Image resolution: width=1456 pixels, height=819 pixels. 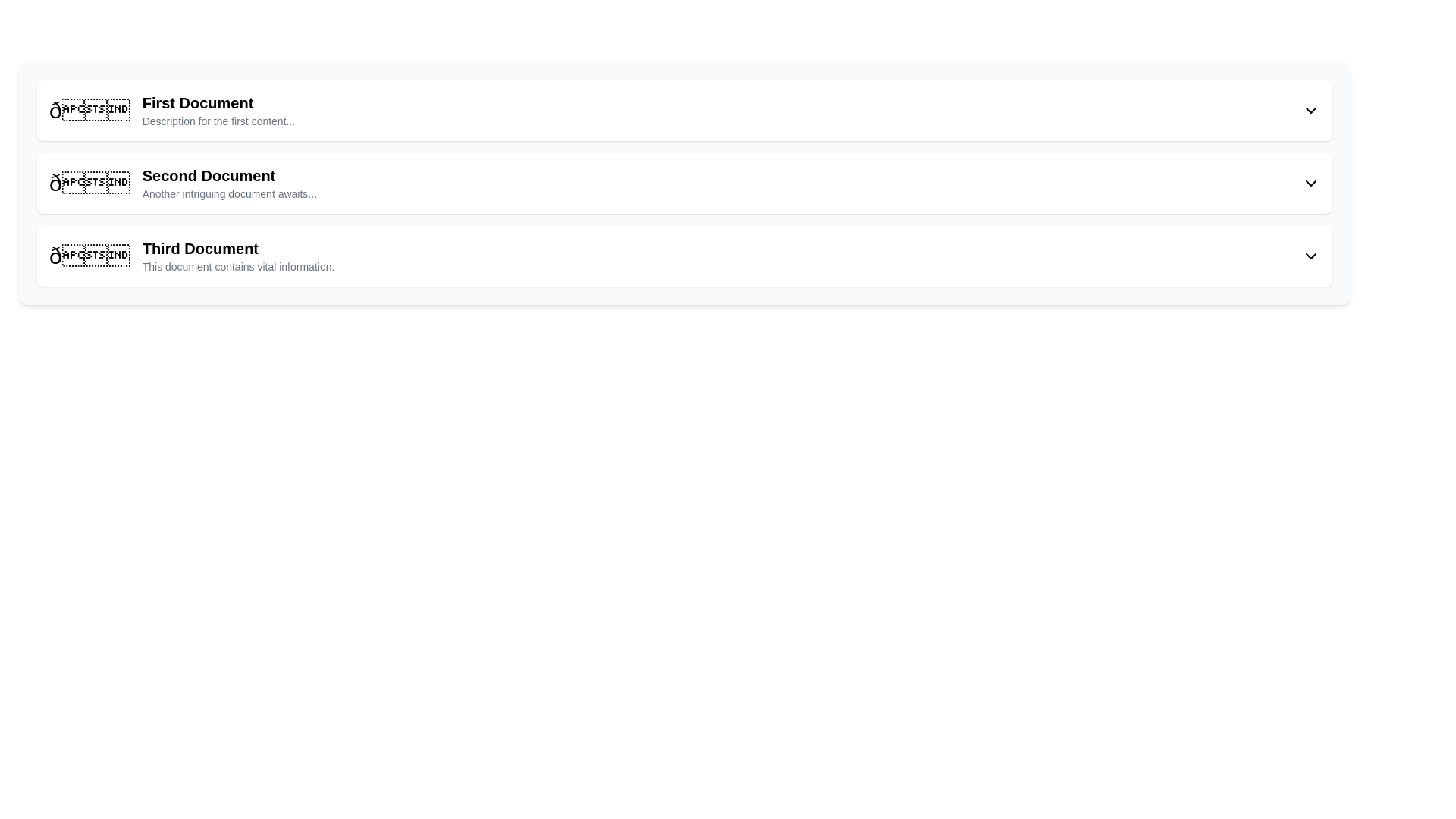 I want to click on the third document list item, which is located below 'Second Document' and provides access to its detailed content, so click(x=683, y=256).